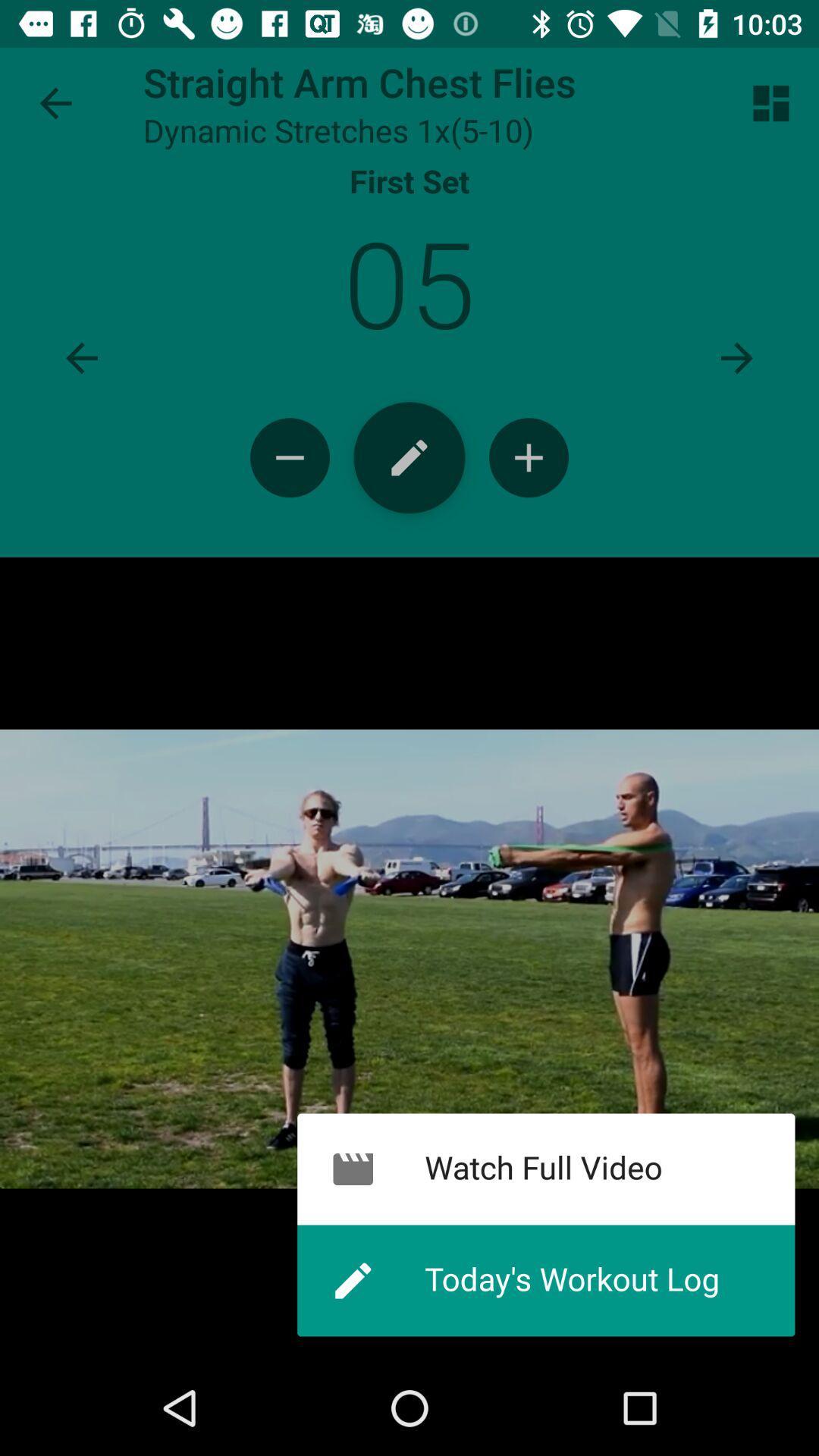 The image size is (819, 1456). Describe the element at coordinates (409, 457) in the screenshot. I see `log` at that location.